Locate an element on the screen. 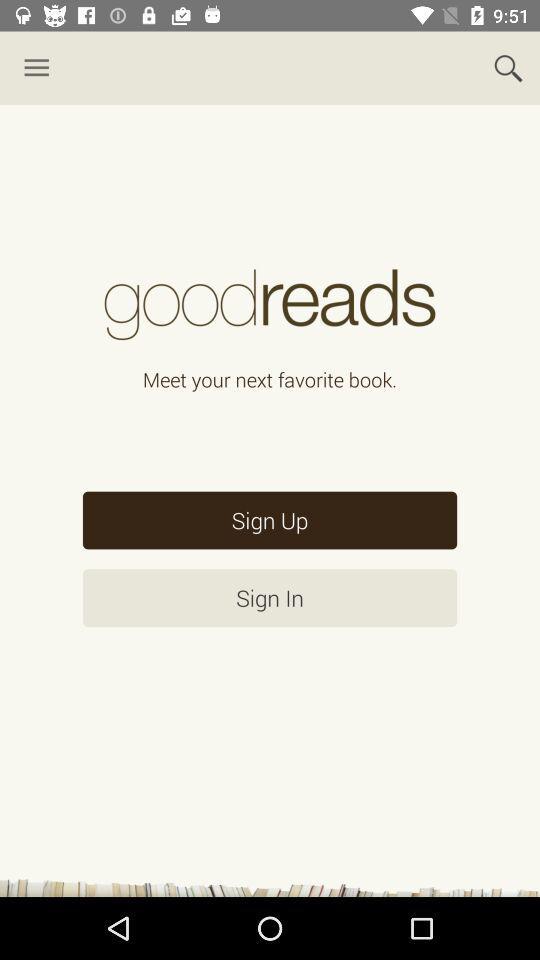 The image size is (540, 960). the item above the sign in is located at coordinates (270, 519).